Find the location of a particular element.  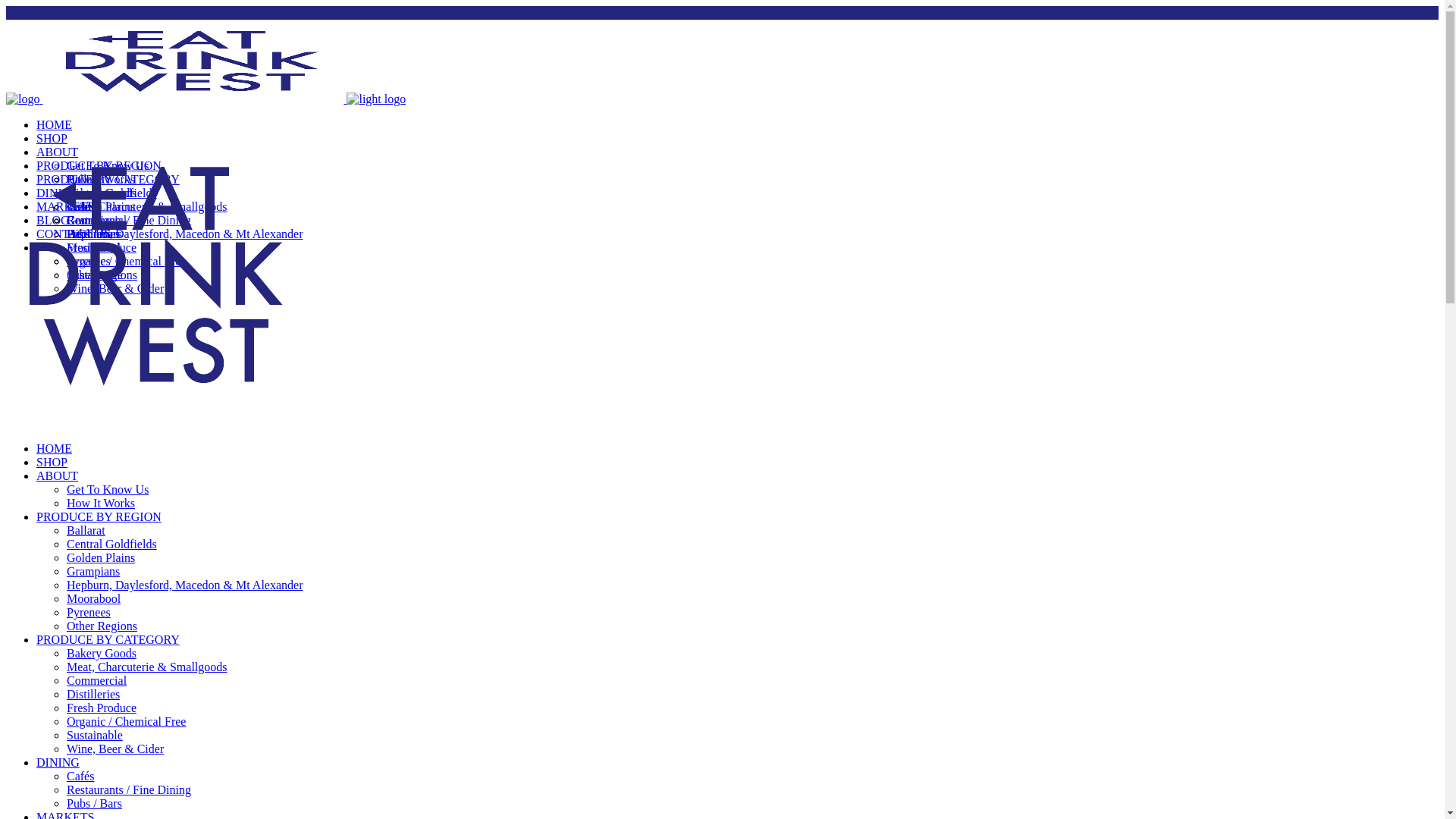

'Ballarat' is located at coordinates (85, 529).